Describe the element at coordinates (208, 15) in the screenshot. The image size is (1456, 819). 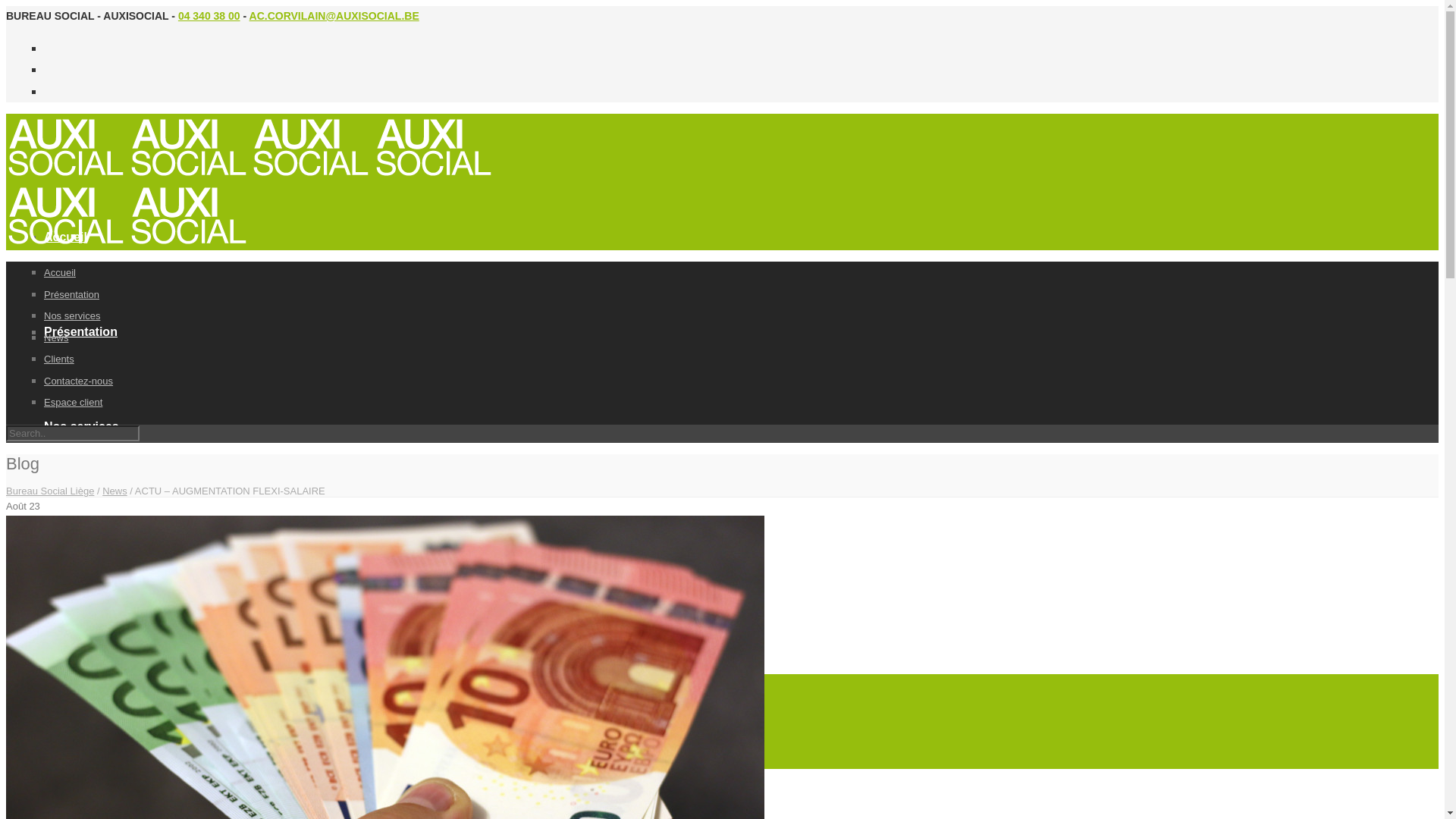
I see `'04 340 38 00'` at that location.